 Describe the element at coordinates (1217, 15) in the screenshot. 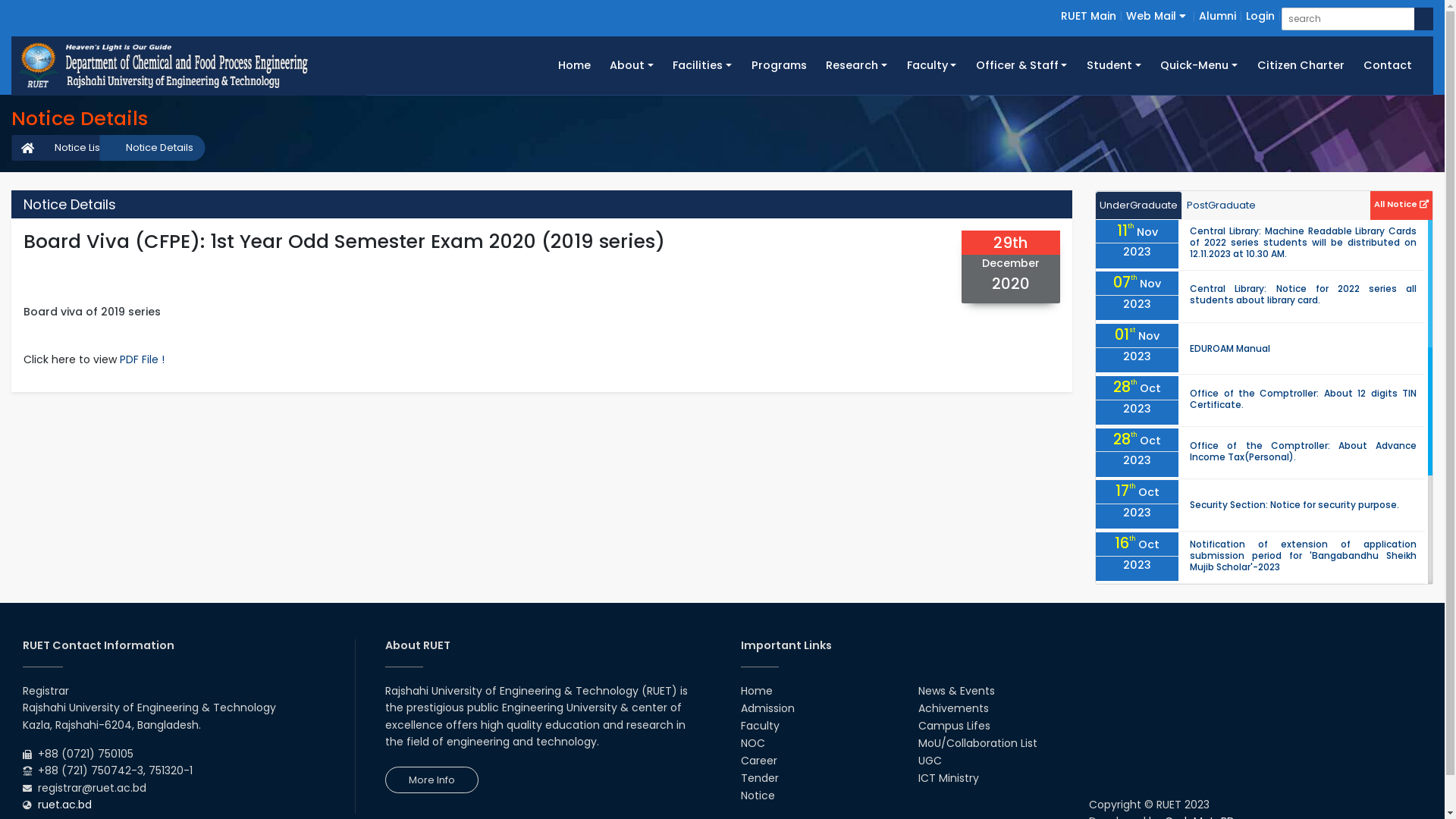

I see `'Alumni'` at that location.